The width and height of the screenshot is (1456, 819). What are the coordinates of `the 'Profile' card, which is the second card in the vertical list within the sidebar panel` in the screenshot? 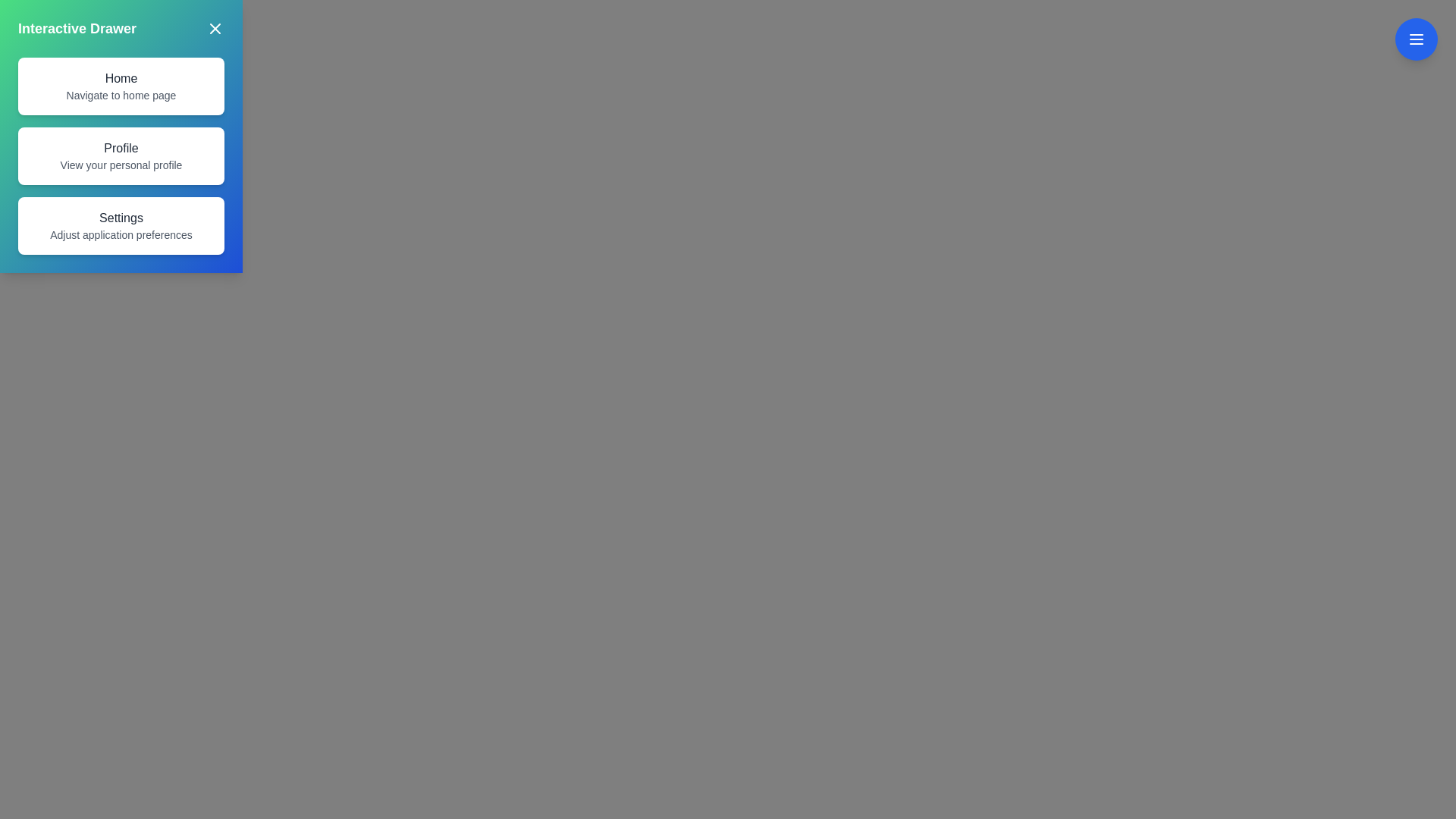 It's located at (120, 155).